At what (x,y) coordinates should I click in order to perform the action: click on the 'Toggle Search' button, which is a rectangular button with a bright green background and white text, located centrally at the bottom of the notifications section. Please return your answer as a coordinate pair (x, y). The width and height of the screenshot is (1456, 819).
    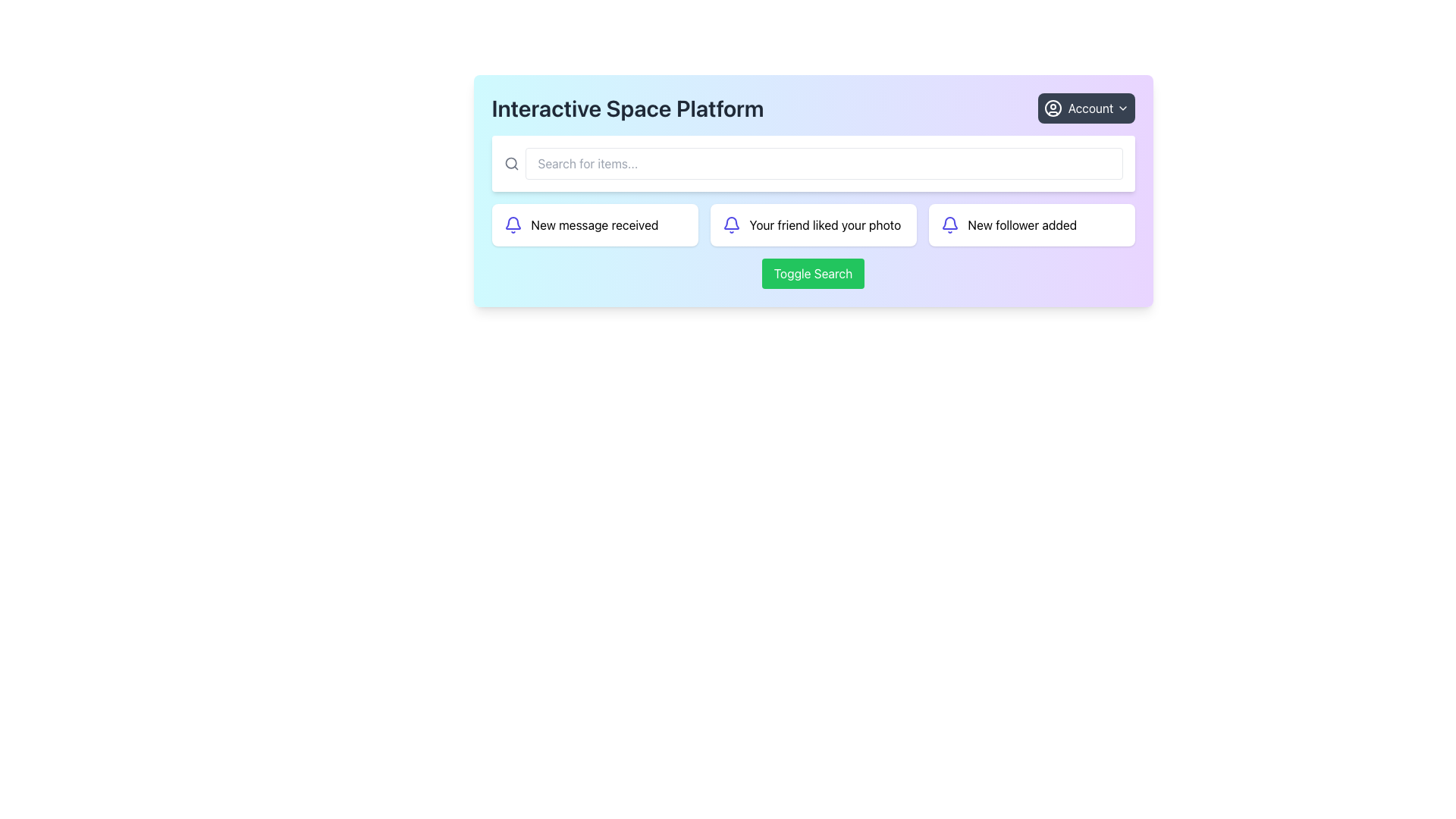
    Looking at the image, I should click on (812, 274).